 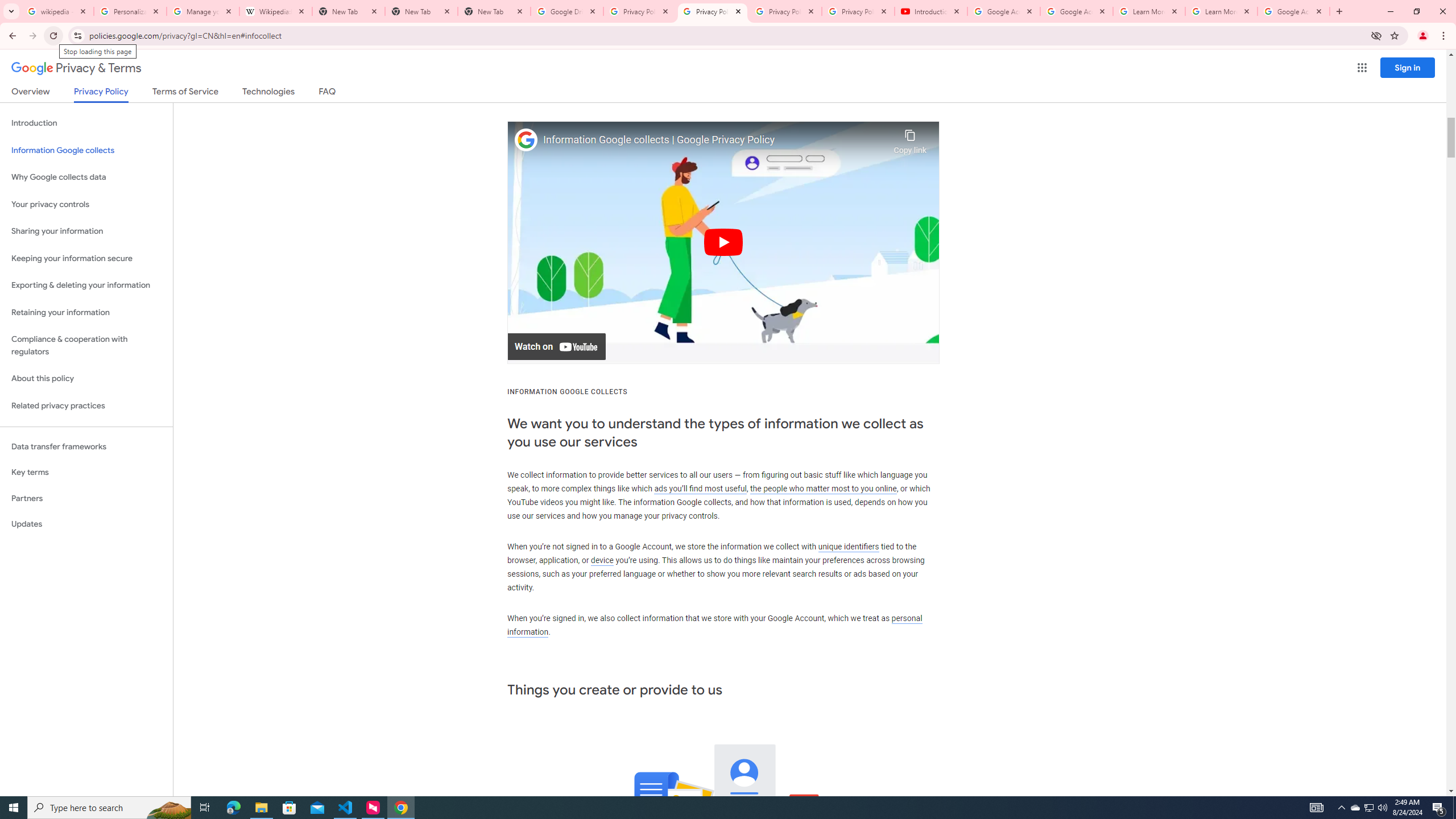 I want to click on 'Watch on YouTube', so click(x=556, y=346).